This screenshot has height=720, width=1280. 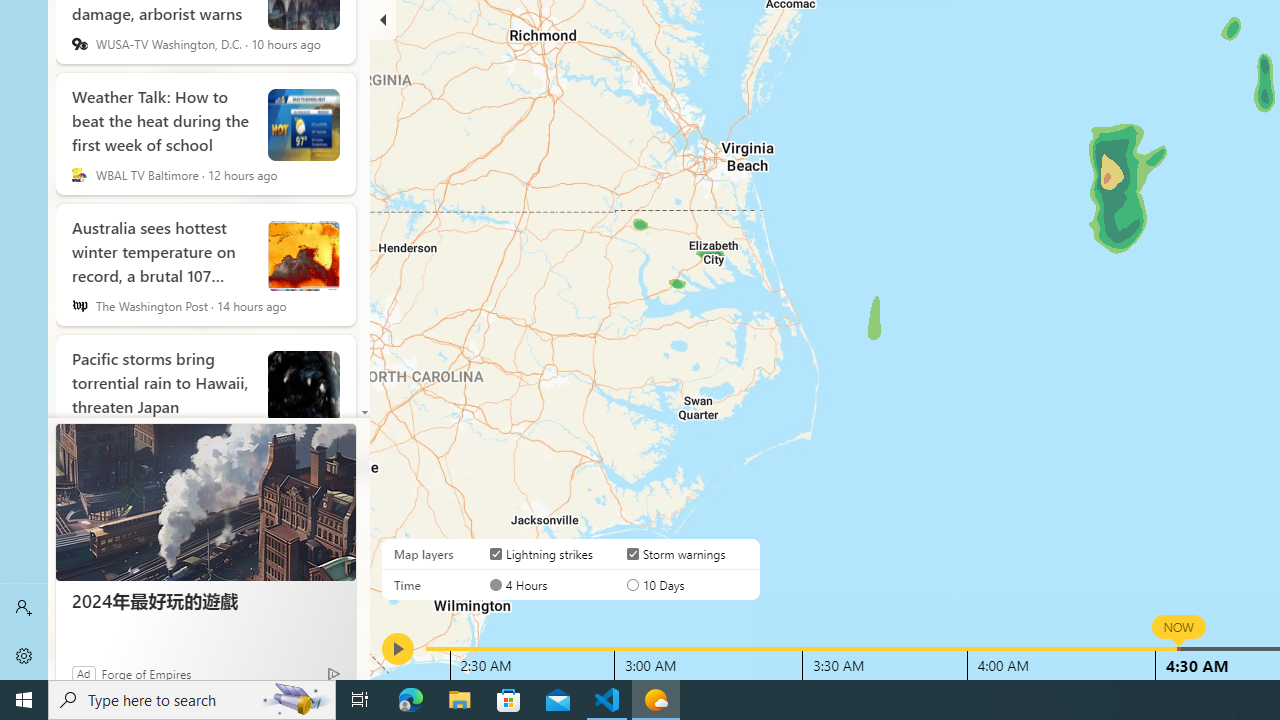 What do you see at coordinates (294, 698) in the screenshot?
I see `'Search highlights icon opens search home window'` at bounding box center [294, 698].